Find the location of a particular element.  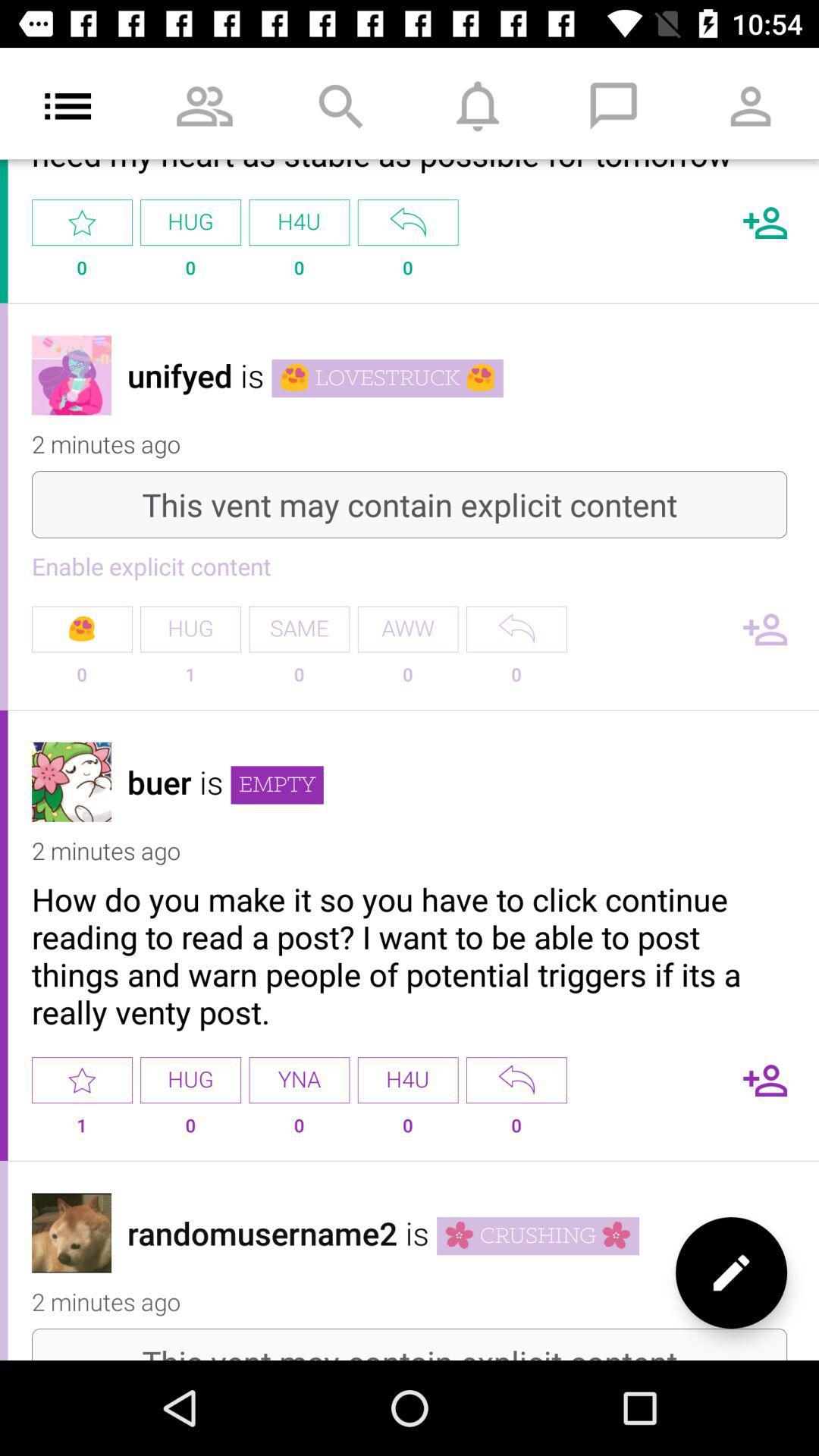

the number below the yna is located at coordinates (299, 1131).